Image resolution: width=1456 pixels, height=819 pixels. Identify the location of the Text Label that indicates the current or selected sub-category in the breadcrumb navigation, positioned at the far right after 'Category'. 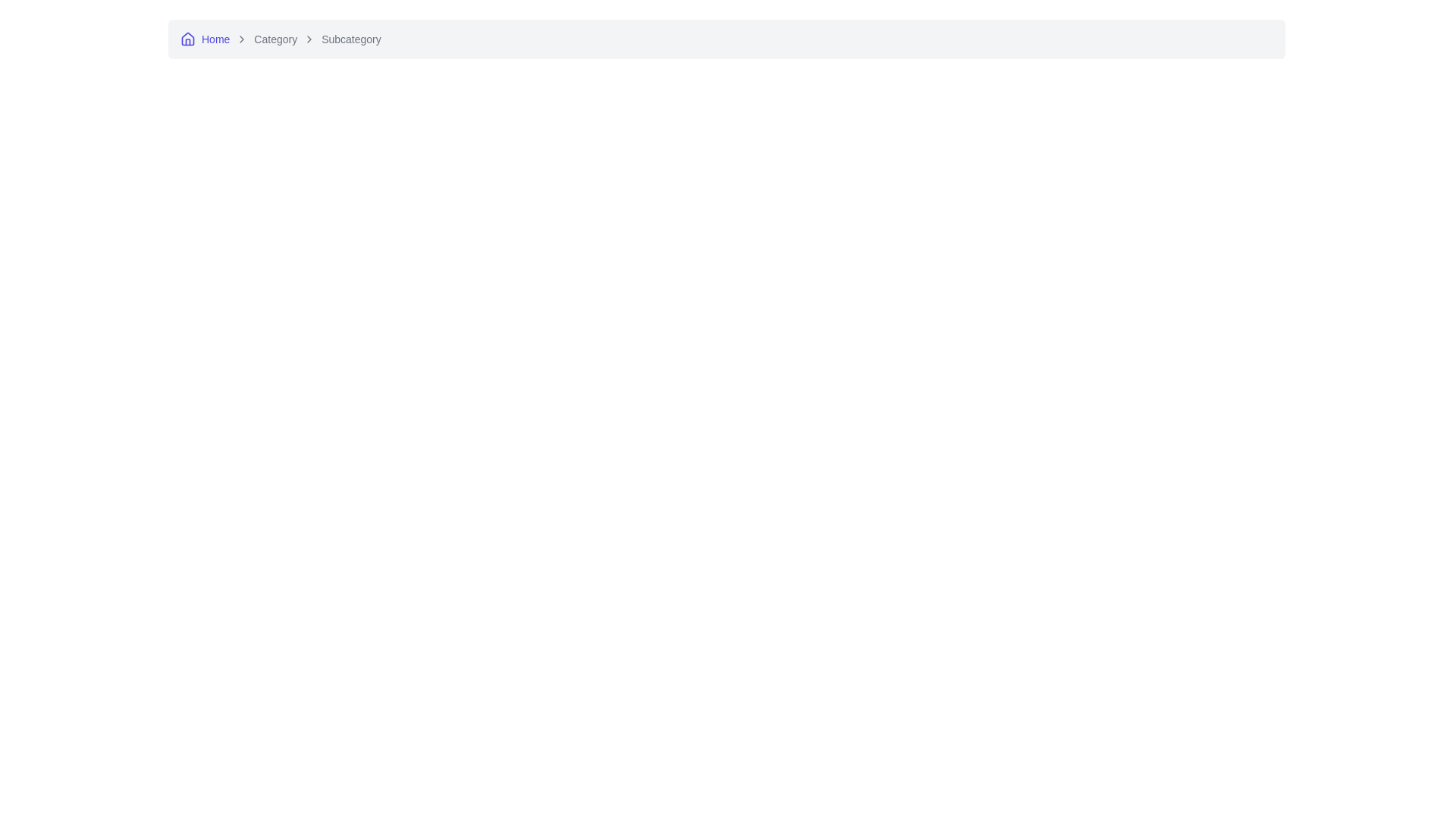
(350, 38).